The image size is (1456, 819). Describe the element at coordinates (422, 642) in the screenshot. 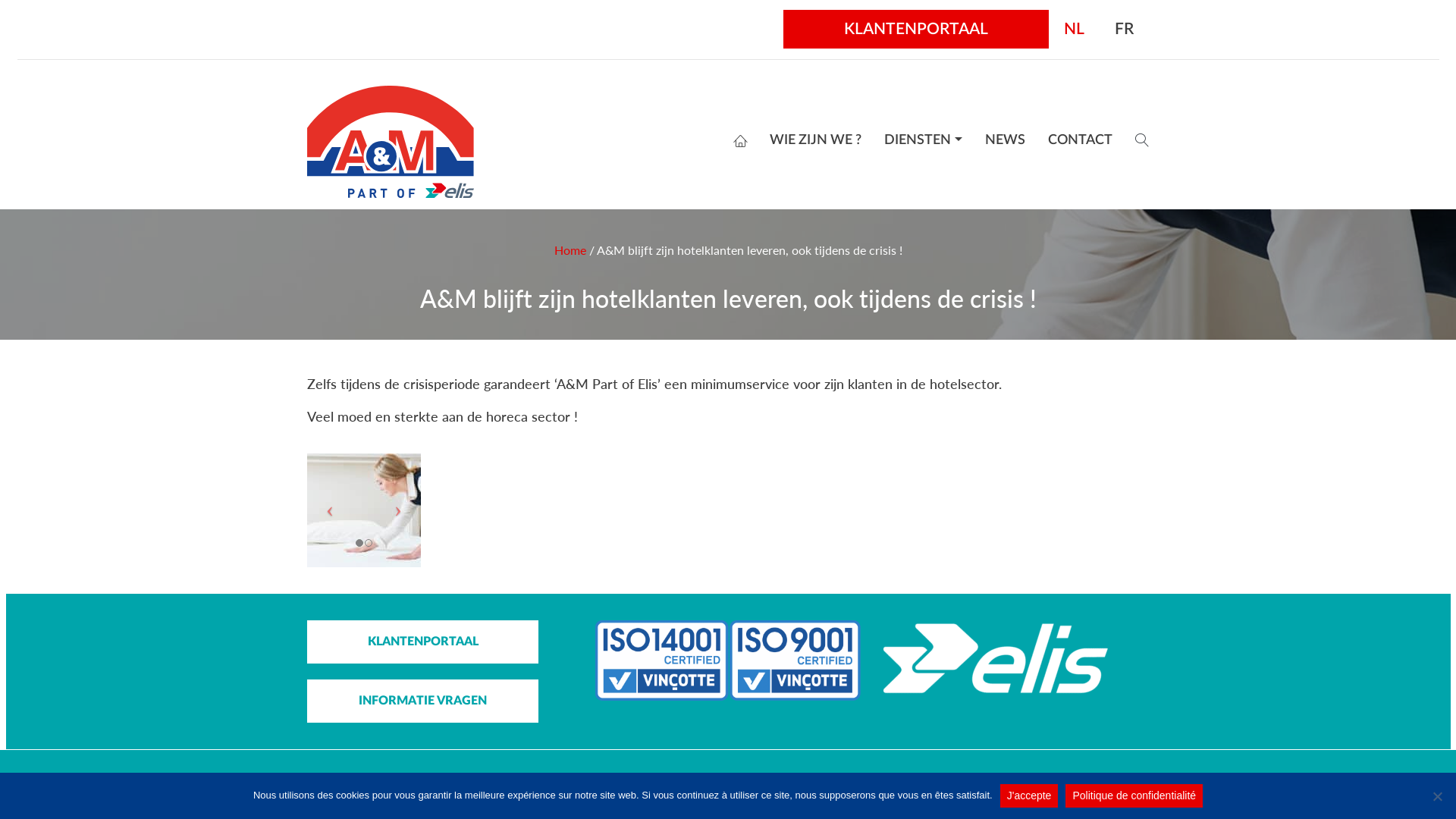

I see `'KLANTENPORTAAL'` at that location.